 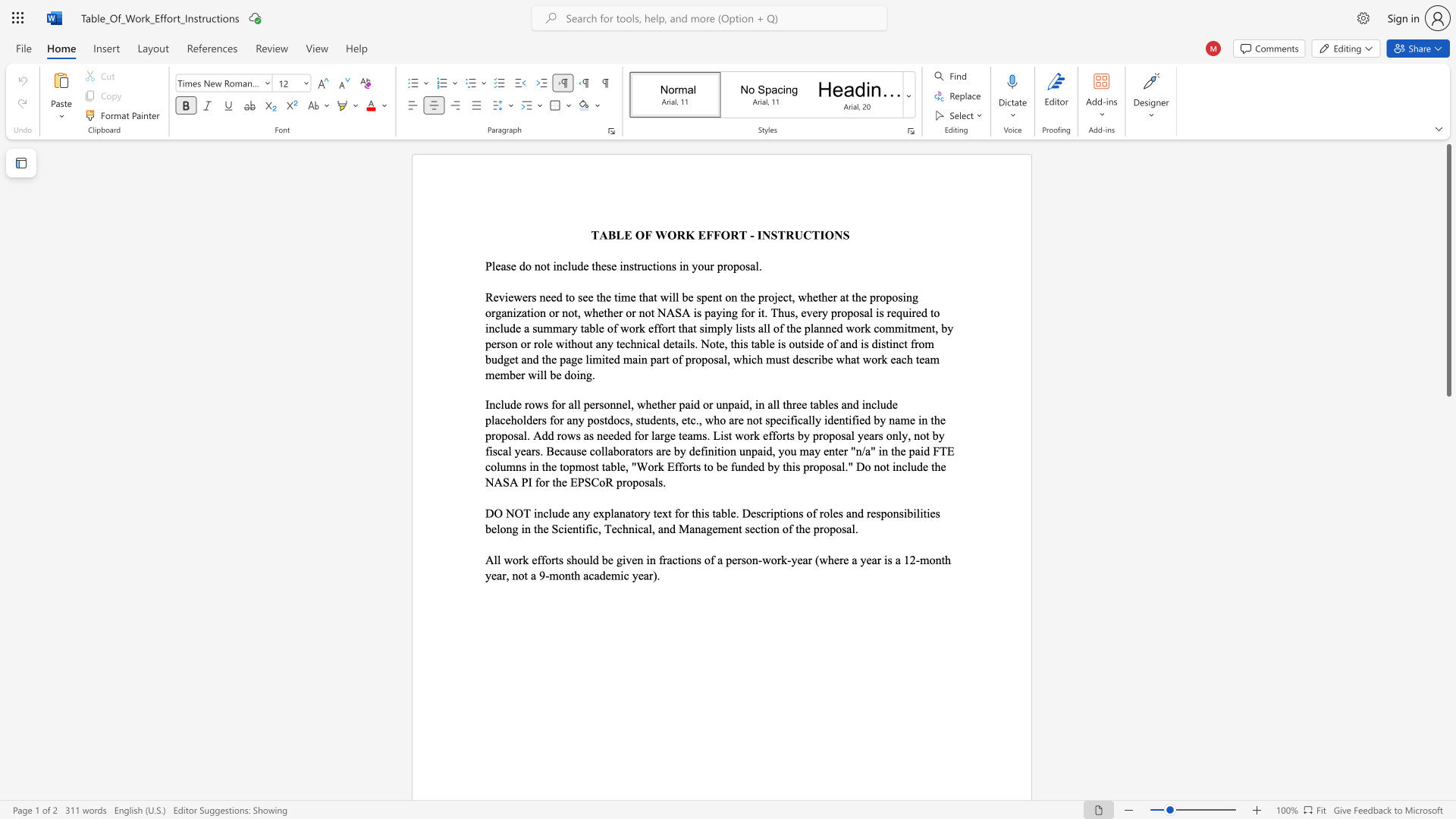 What do you see at coordinates (1448, 622) in the screenshot?
I see `the scrollbar to move the view down` at bounding box center [1448, 622].